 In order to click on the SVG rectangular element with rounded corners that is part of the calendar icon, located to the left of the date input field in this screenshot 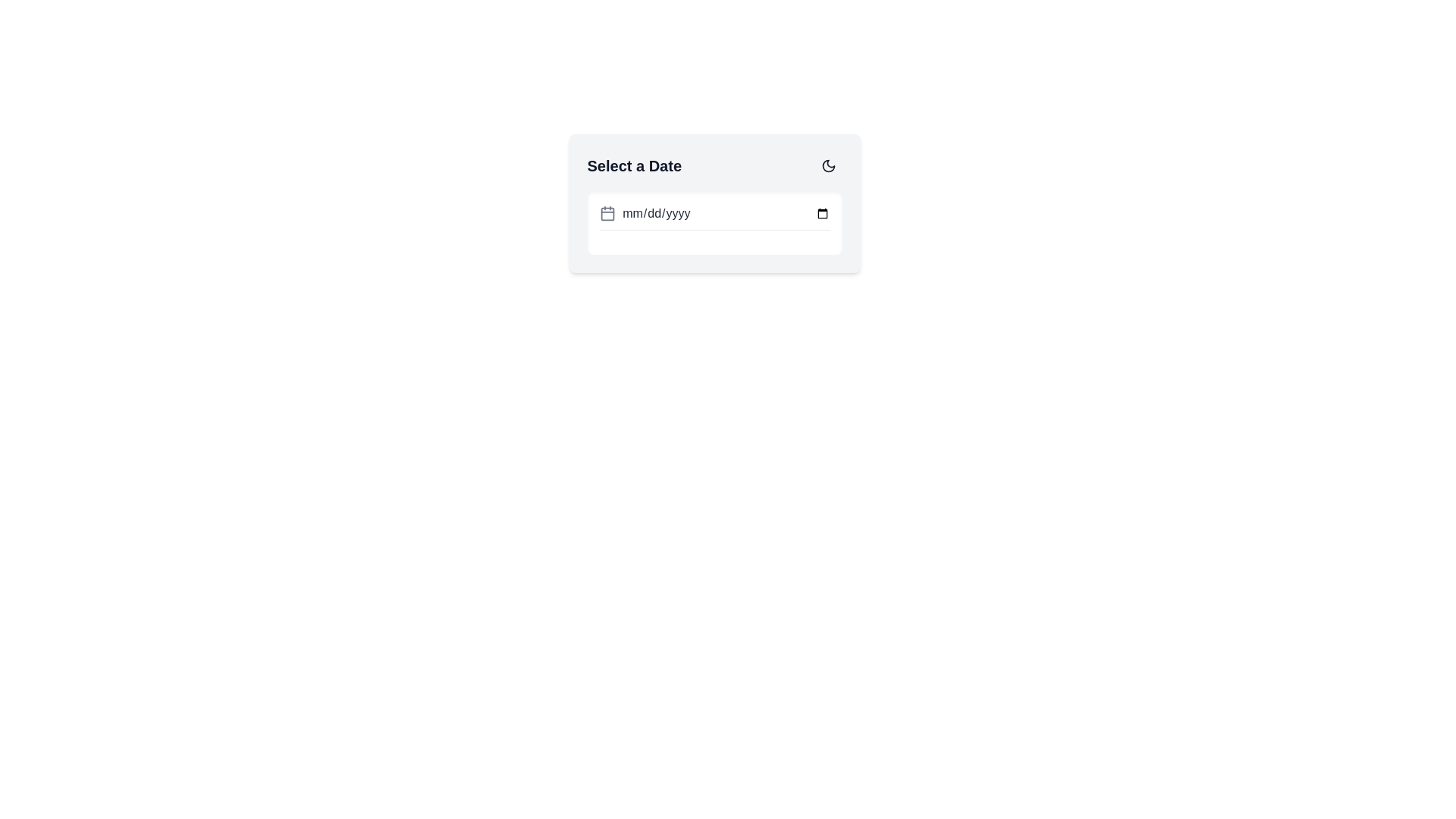, I will do `click(607, 214)`.